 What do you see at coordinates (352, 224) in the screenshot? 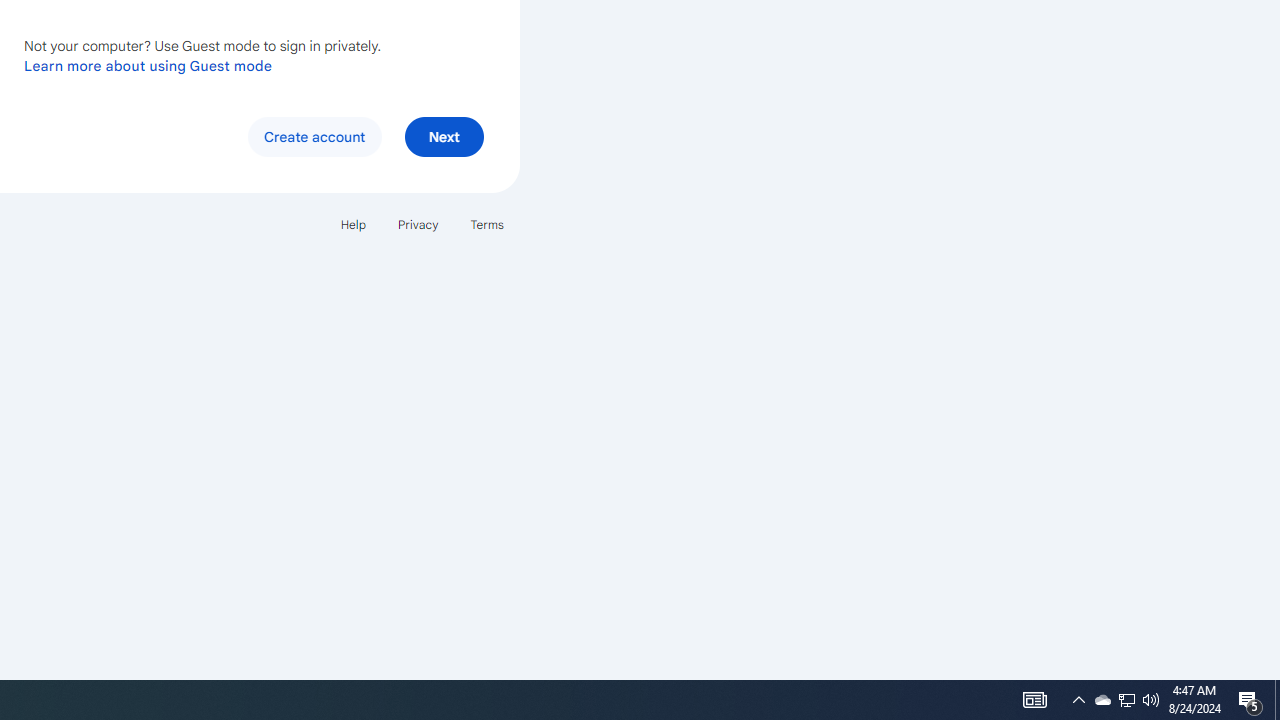
I see `'Help'` at bounding box center [352, 224].